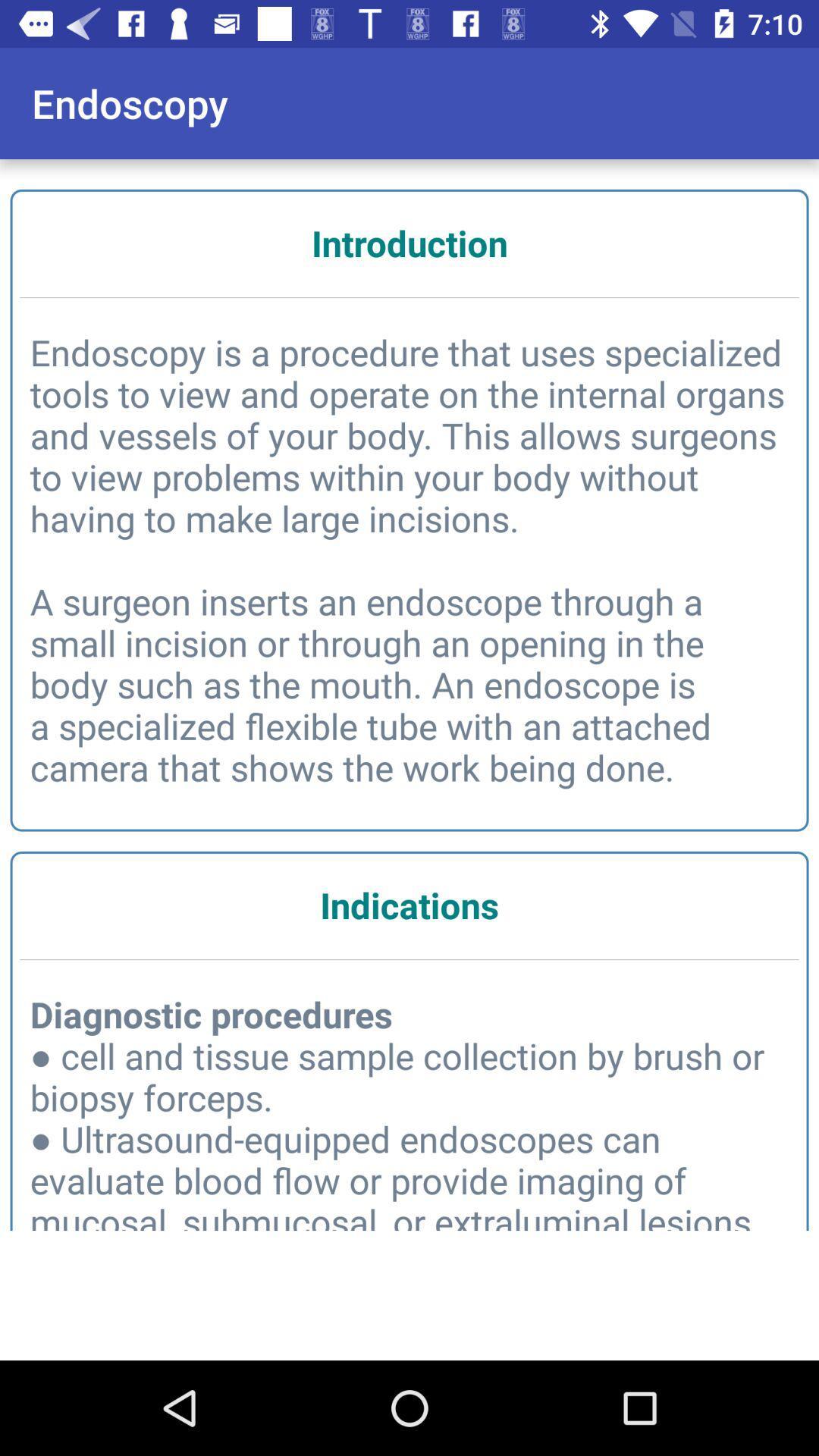 The image size is (819, 1456). I want to click on the item below diagnostic procedures cell icon, so click(409, 1310).